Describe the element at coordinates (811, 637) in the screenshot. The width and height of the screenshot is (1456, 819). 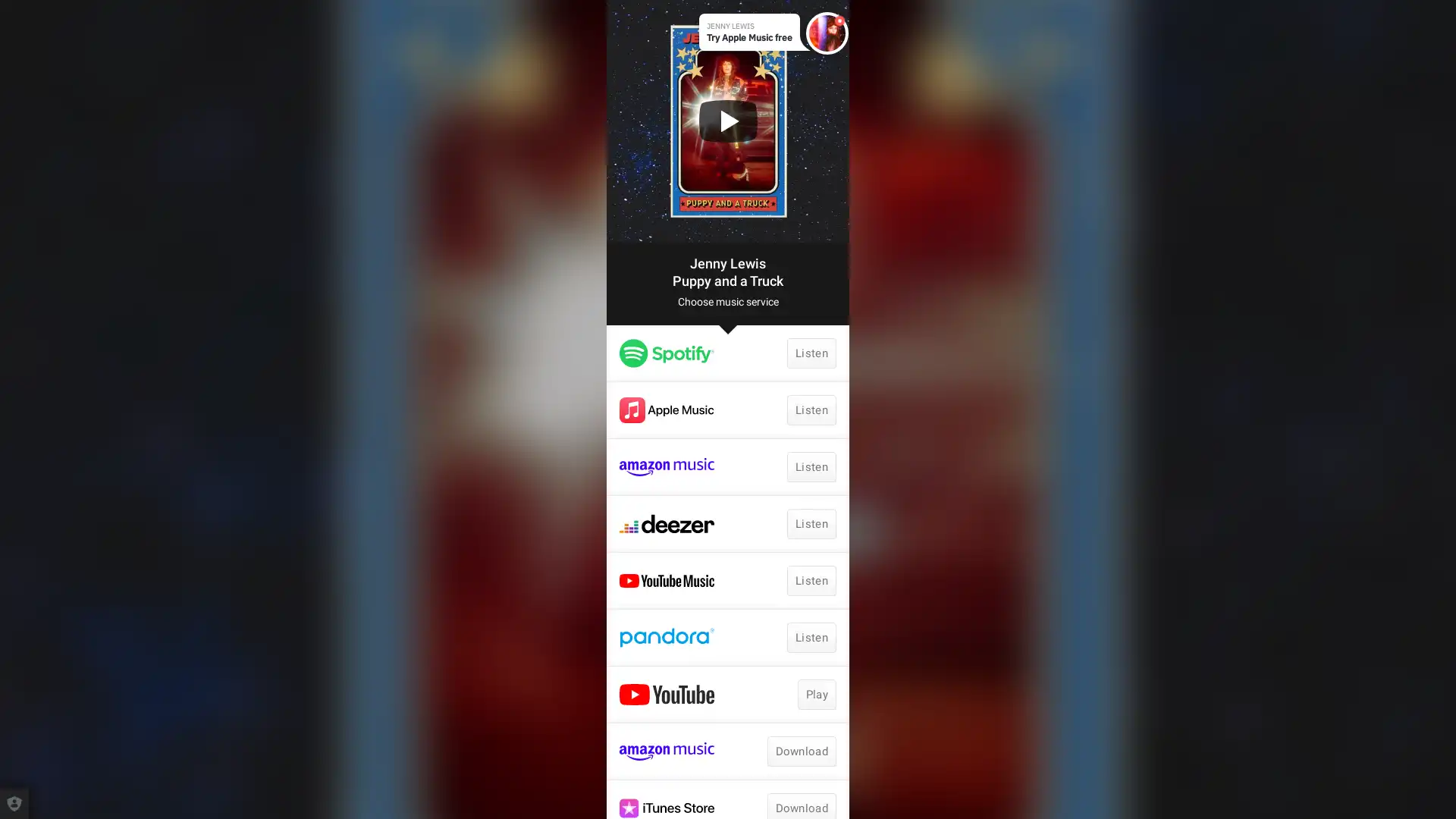
I see `Listen` at that location.